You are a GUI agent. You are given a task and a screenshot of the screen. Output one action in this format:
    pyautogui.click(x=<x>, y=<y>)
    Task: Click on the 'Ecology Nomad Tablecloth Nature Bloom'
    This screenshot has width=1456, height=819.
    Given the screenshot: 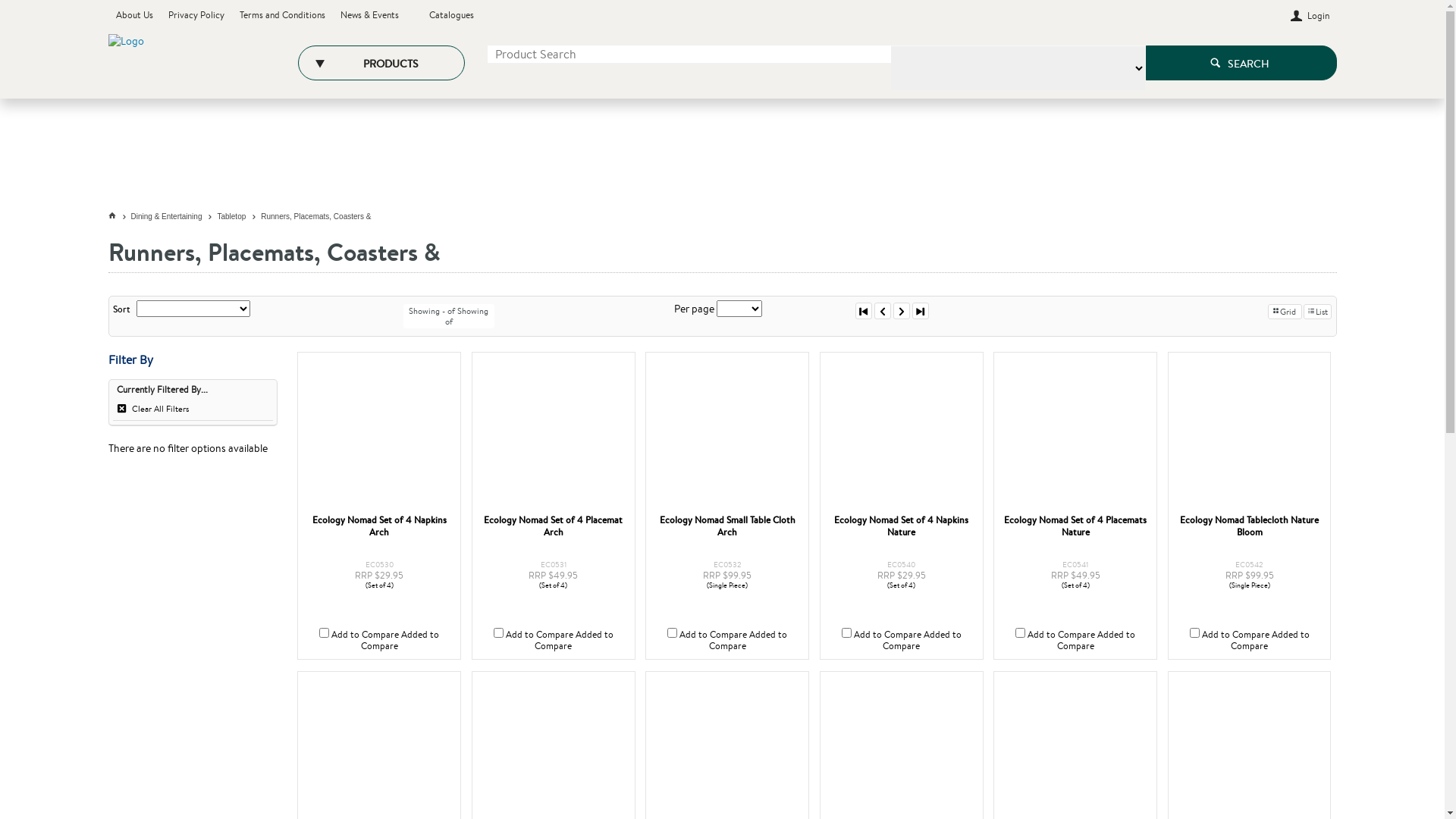 What is the action you would take?
    pyautogui.click(x=1249, y=526)
    